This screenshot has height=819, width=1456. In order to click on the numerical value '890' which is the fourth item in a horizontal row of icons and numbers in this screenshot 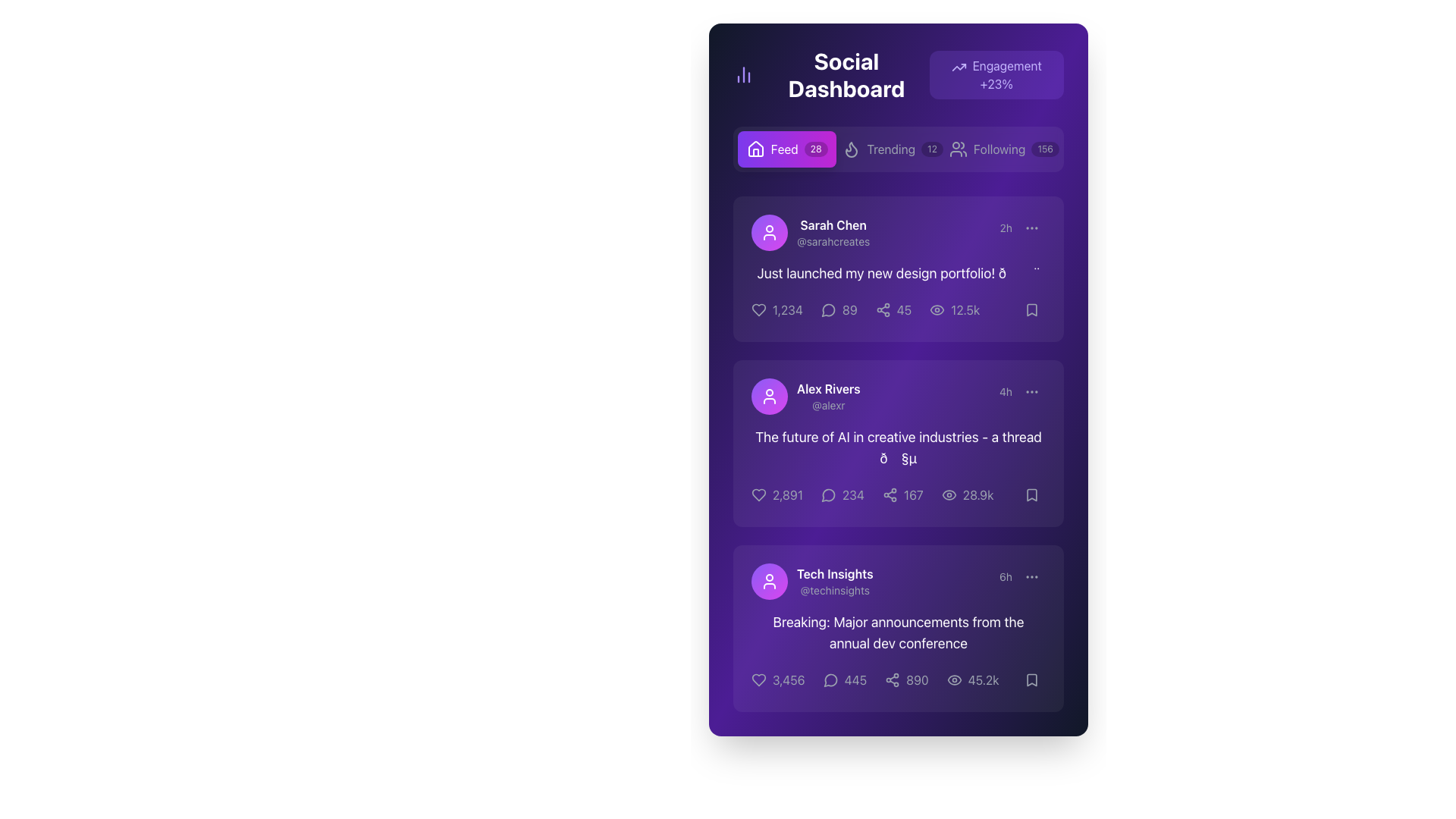, I will do `click(899, 679)`.